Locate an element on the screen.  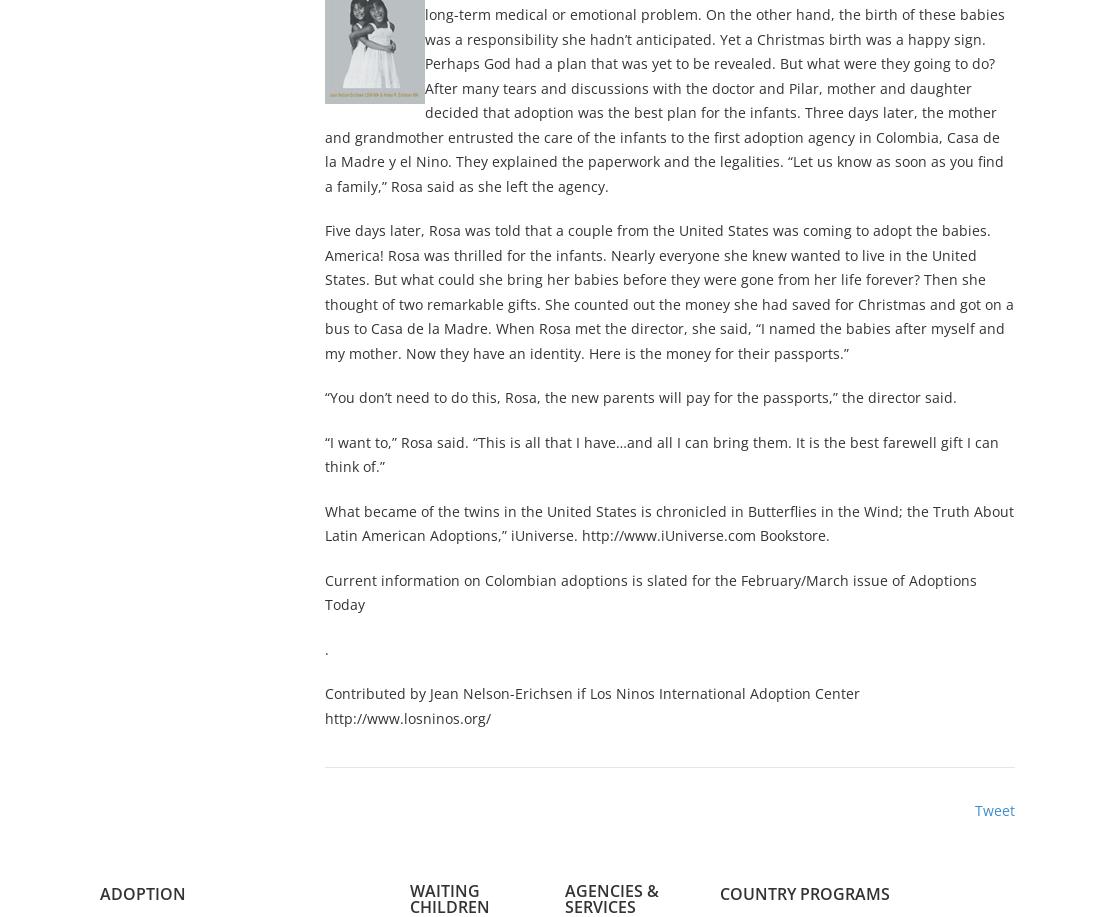
'Tweet' is located at coordinates (993, 810).